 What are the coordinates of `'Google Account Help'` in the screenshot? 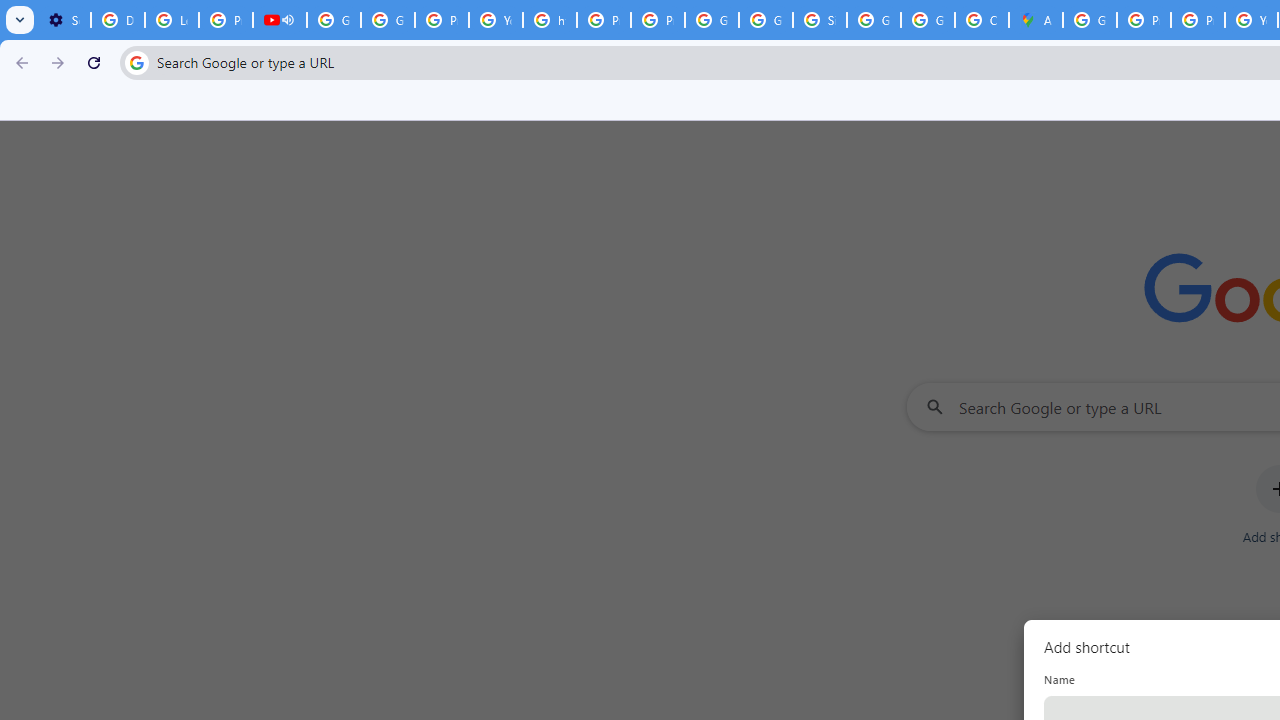 It's located at (387, 20).